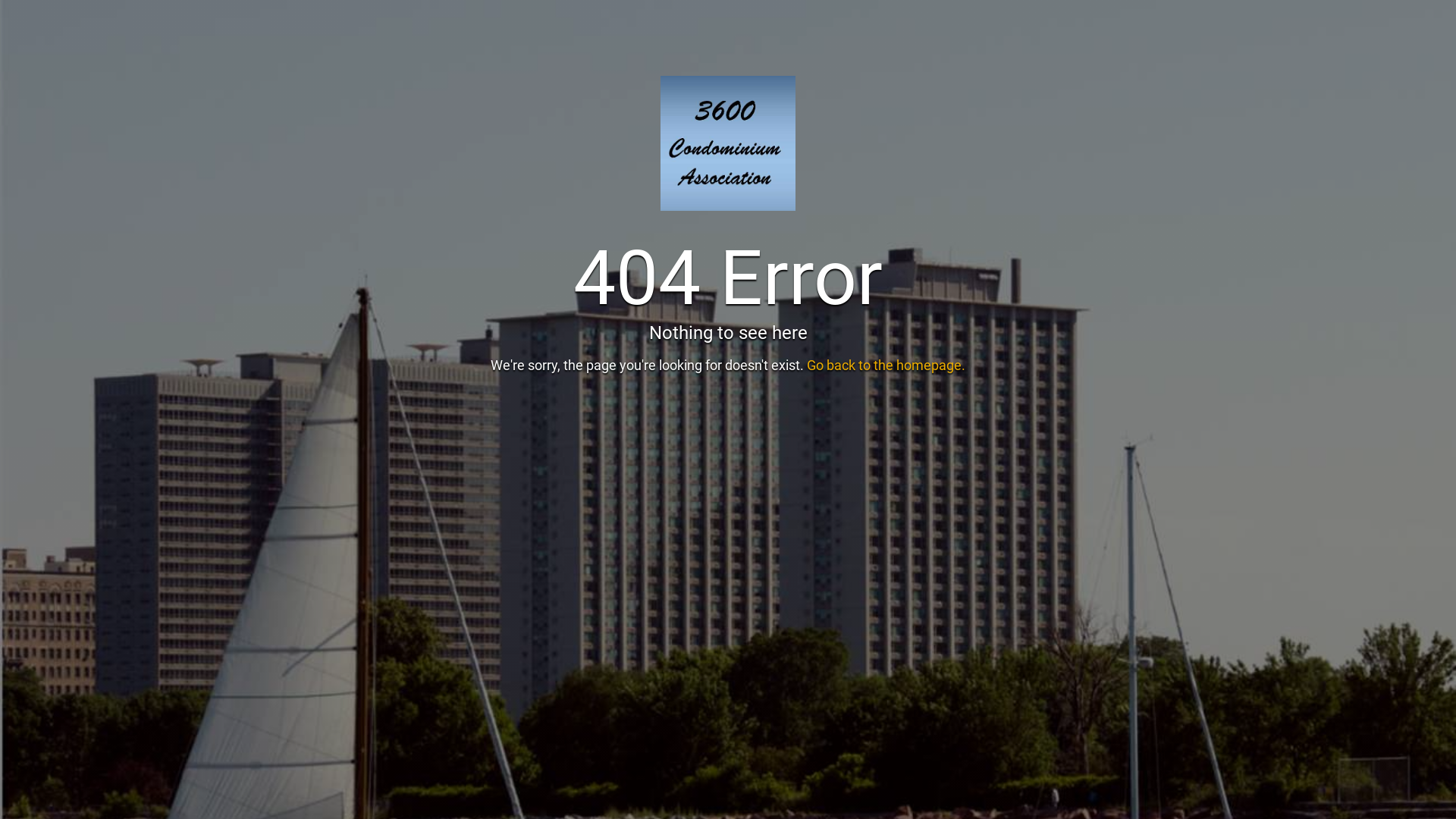  Describe the element at coordinates (886, 365) in the screenshot. I see `'Go back to the homepage.'` at that location.